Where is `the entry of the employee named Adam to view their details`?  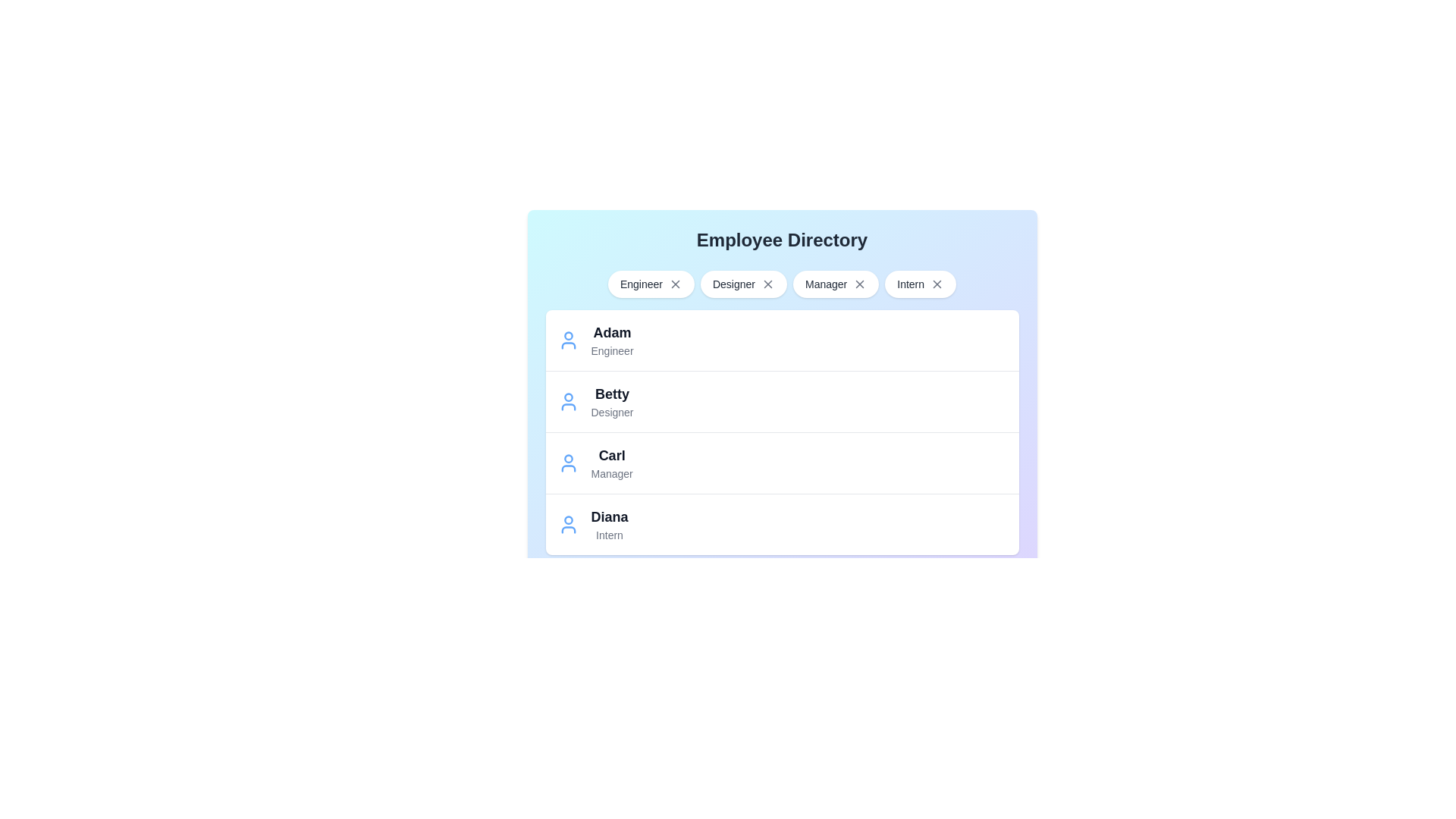 the entry of the employee named Adam to view their details is located at coordinates (567, 339).